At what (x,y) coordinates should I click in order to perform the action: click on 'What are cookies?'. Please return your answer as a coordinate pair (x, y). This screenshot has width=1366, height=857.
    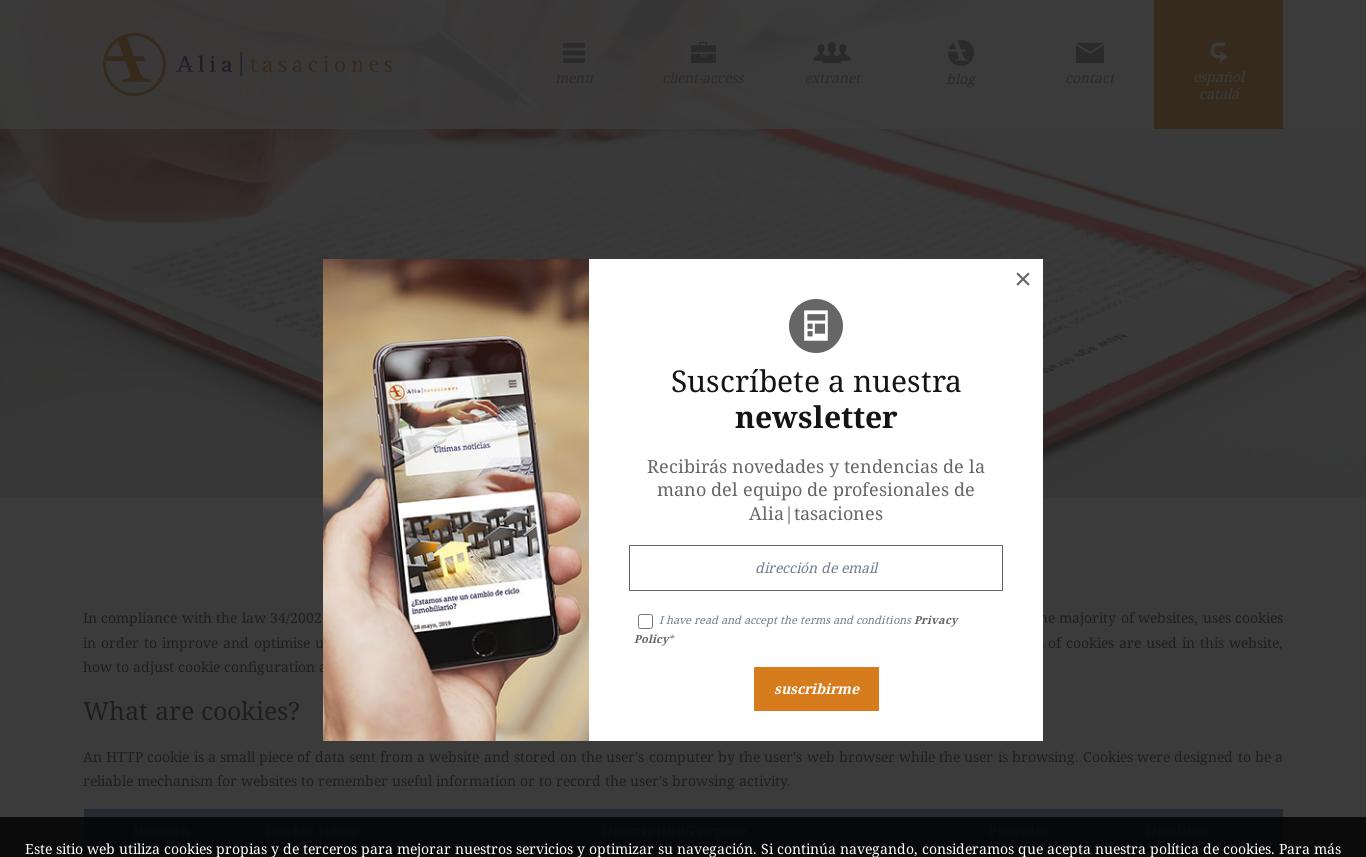
    Looking at the image, I should click on (190, 708).